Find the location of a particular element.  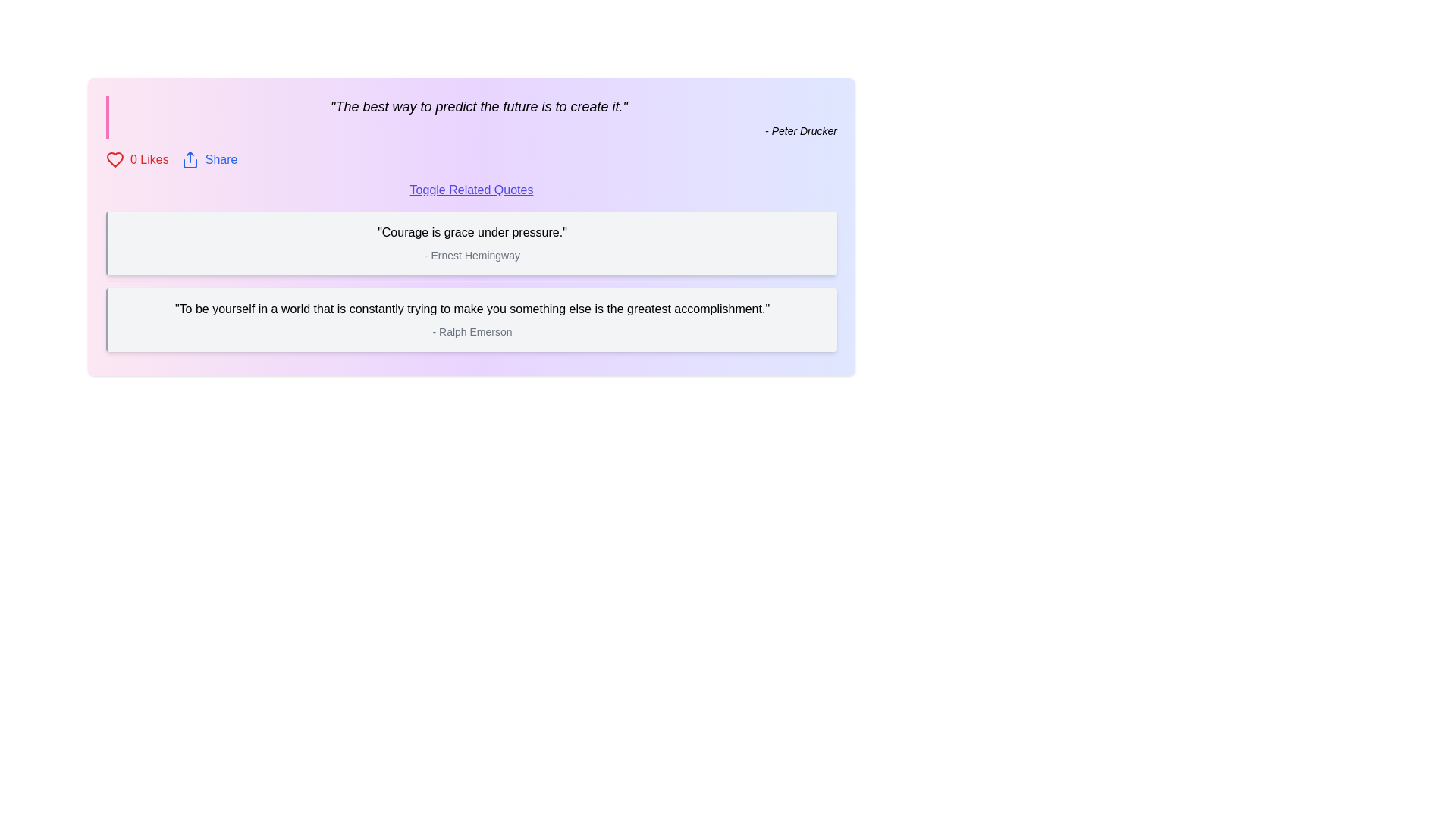

the text block that contains the quote styled with an italic font and a pink vertical border on its left, which reads: '"The best way to predict the future is to create it." - Peter Drucker.' is located at coordinates (471, 116).